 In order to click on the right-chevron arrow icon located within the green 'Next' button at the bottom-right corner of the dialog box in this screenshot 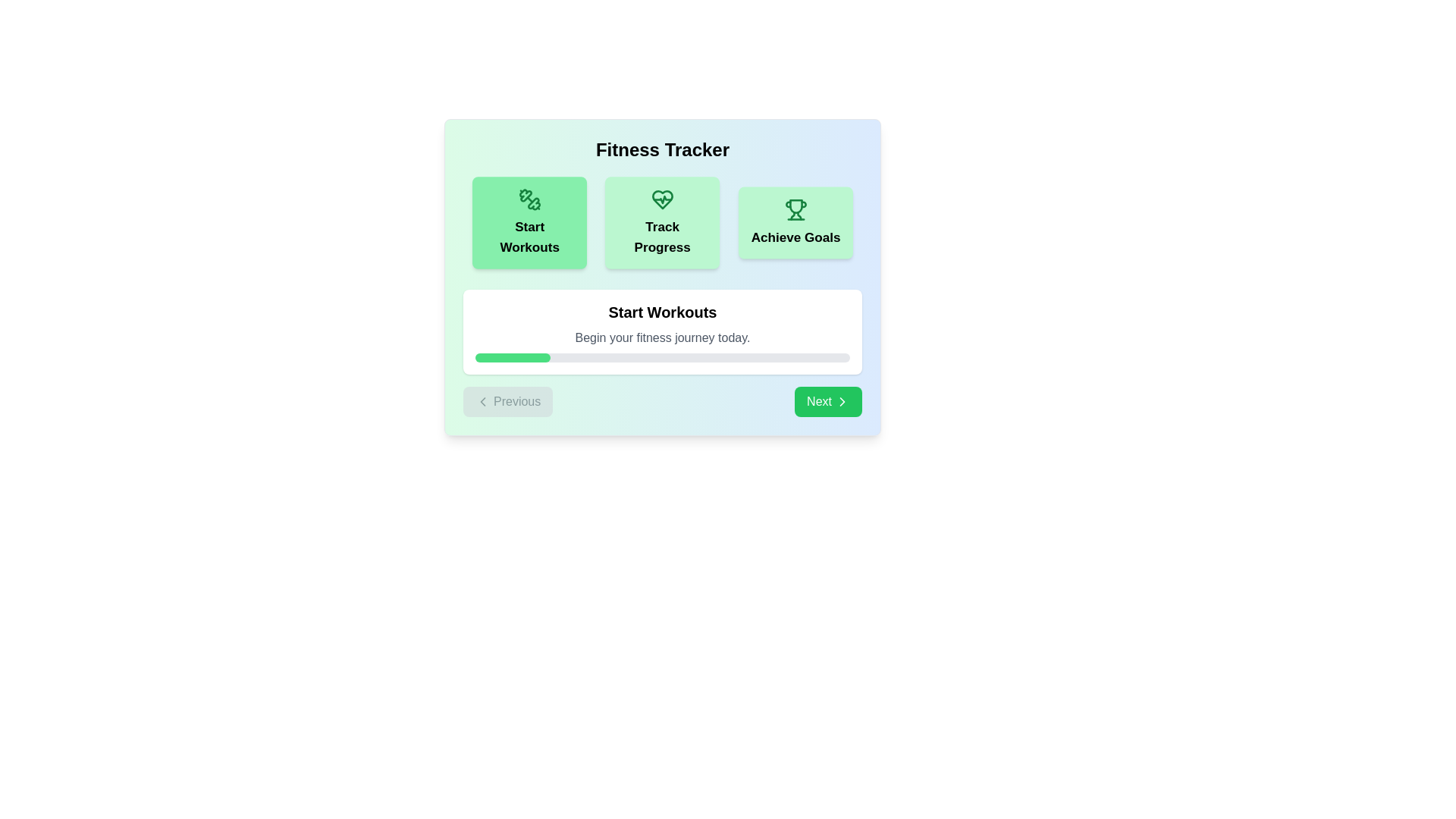, I will do `click(841, 400)`.